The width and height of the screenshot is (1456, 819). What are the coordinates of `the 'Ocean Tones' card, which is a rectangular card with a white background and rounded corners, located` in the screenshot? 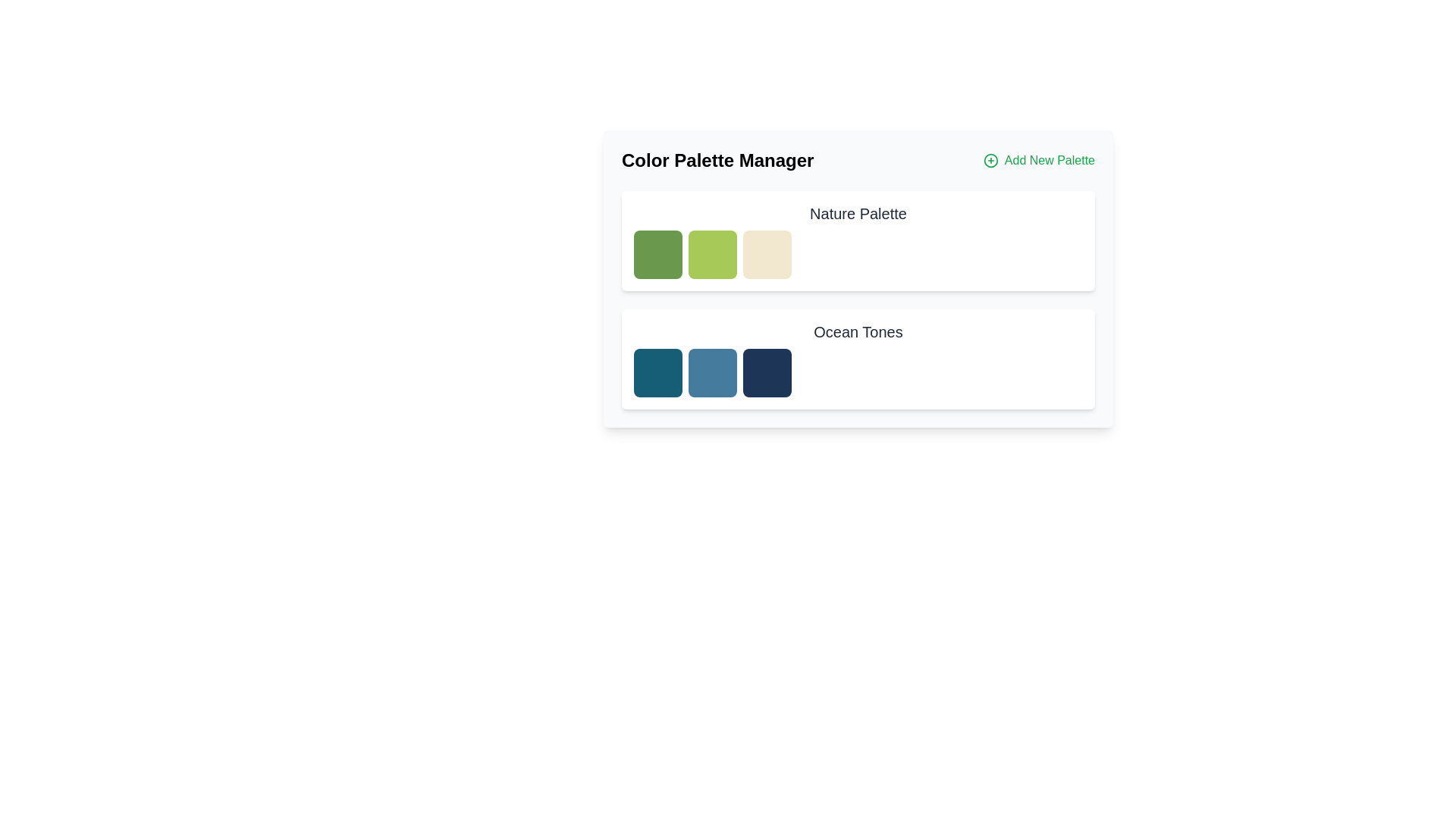 It's located at (858, 359).